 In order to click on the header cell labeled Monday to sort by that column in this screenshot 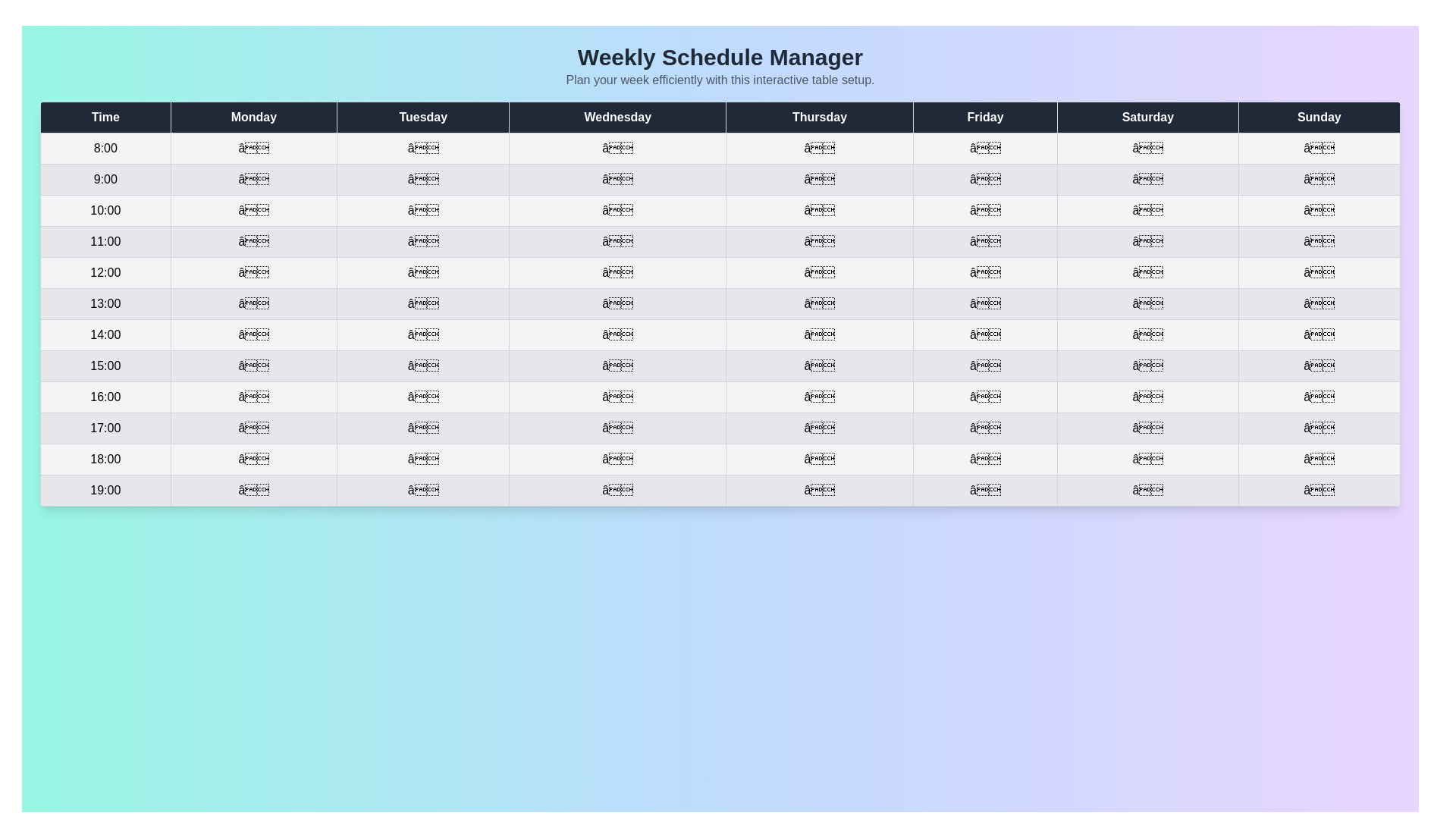, I will do `click(254, 116)`.